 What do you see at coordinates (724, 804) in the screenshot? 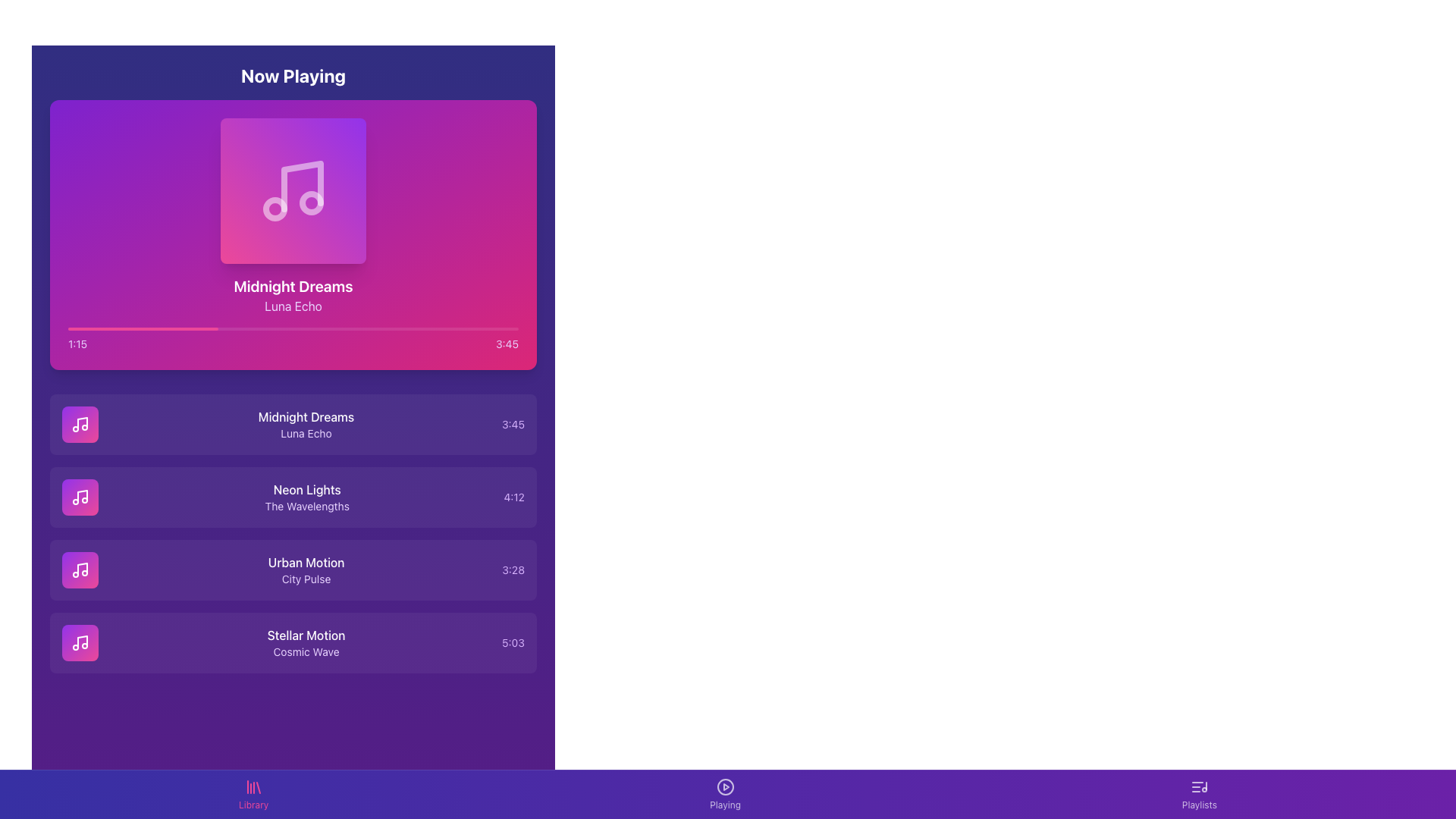
I see `the static text label displaying 'Playing' in lowercase letters, which is styled in a muted white color and located below the circular play button icon` at bounding box center [724, 804].